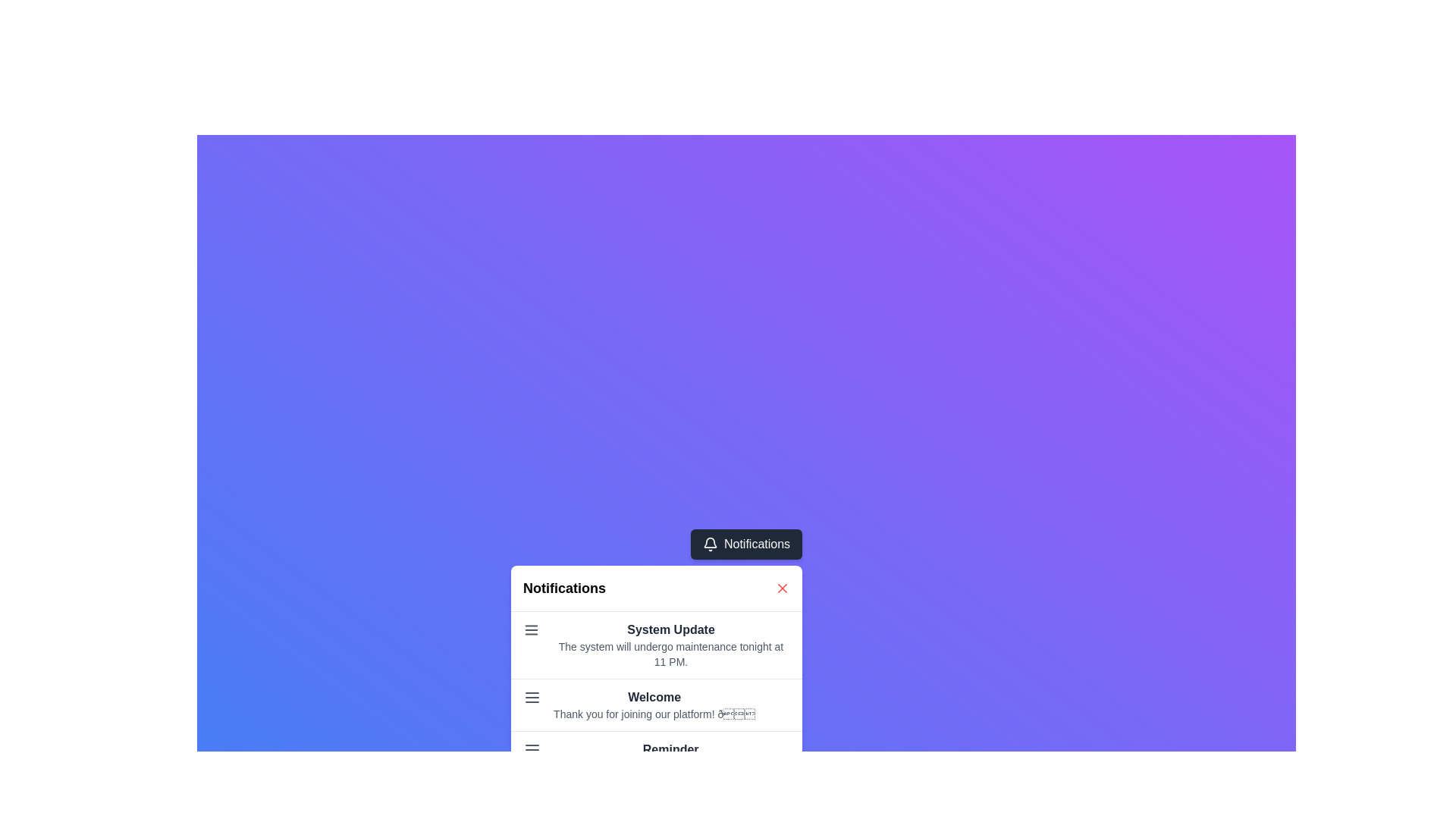 This screenshot has width=1456, height=819. What do you see at coordinates (654, 698) in the screenshot?
I see `text content of the welcoming header located at the second notification entry in the notifications panel, positioned at the top-center below the entry with 'System Update.'` at bounding box center [654, 698].